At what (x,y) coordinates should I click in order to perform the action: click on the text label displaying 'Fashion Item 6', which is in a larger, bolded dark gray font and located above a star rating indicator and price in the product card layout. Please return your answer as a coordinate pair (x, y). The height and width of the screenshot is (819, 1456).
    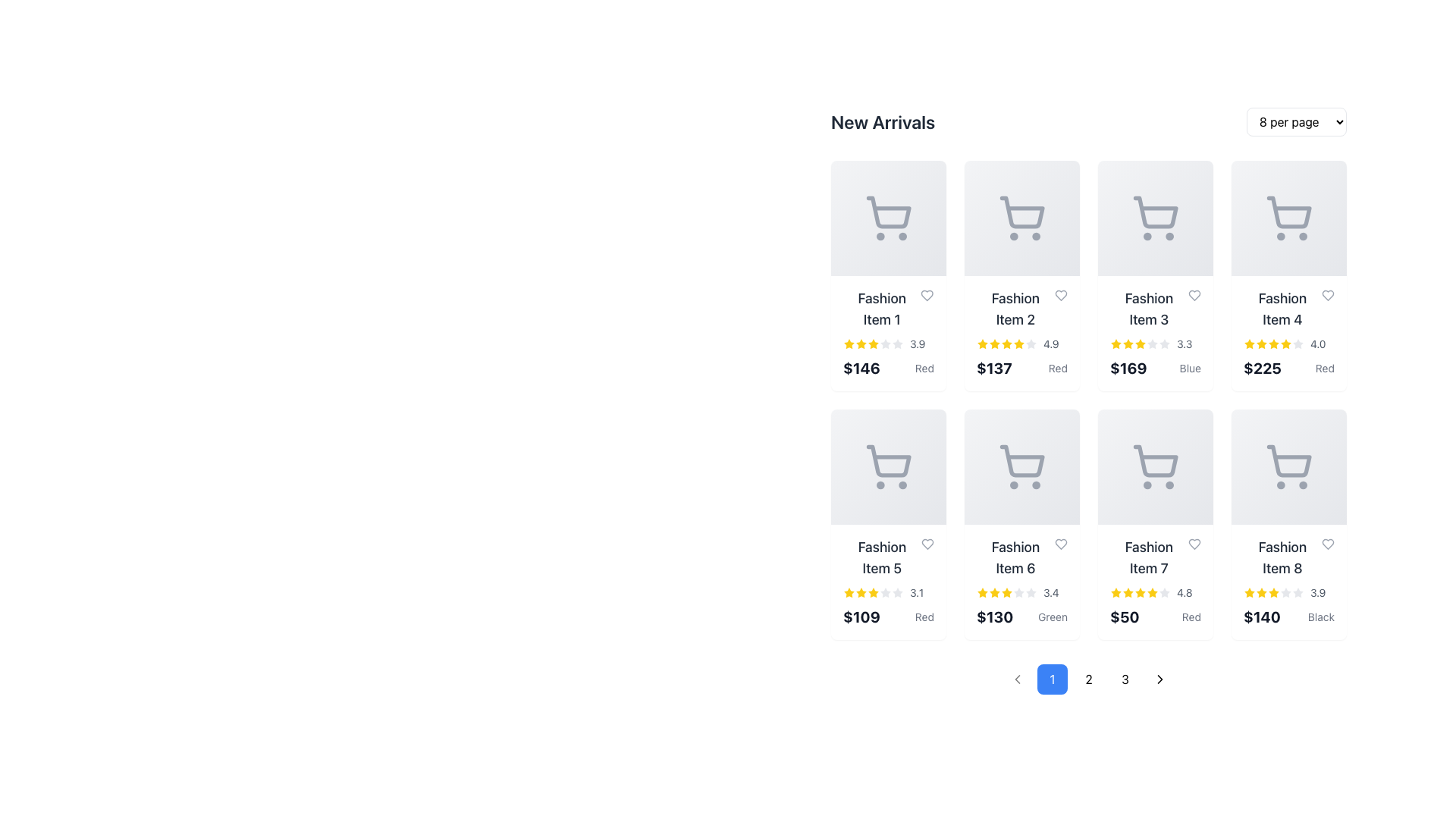
    Looking at the image, I should click on (1015, 558).